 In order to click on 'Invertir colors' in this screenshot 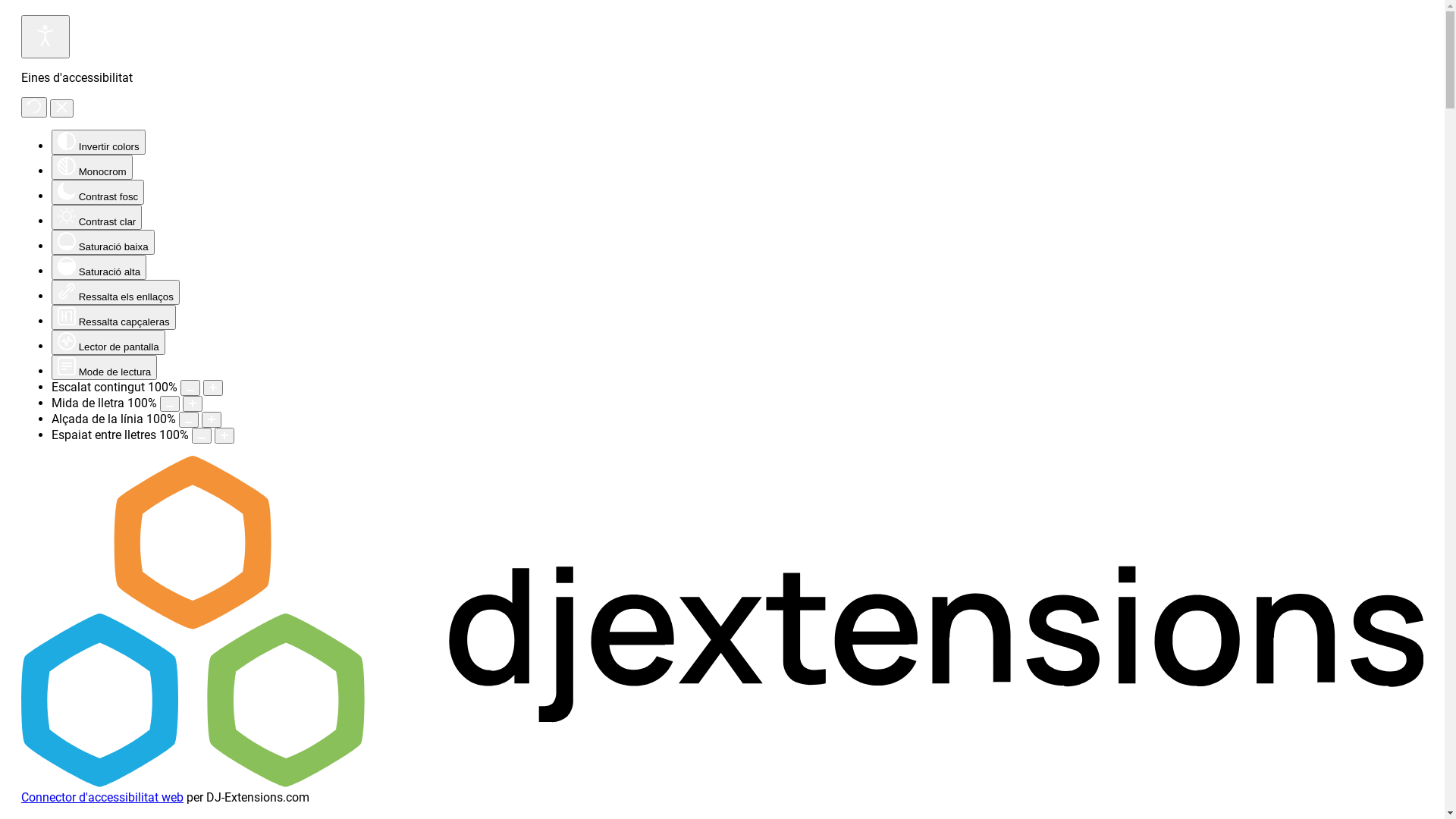, I will do `click(97, 142)`.